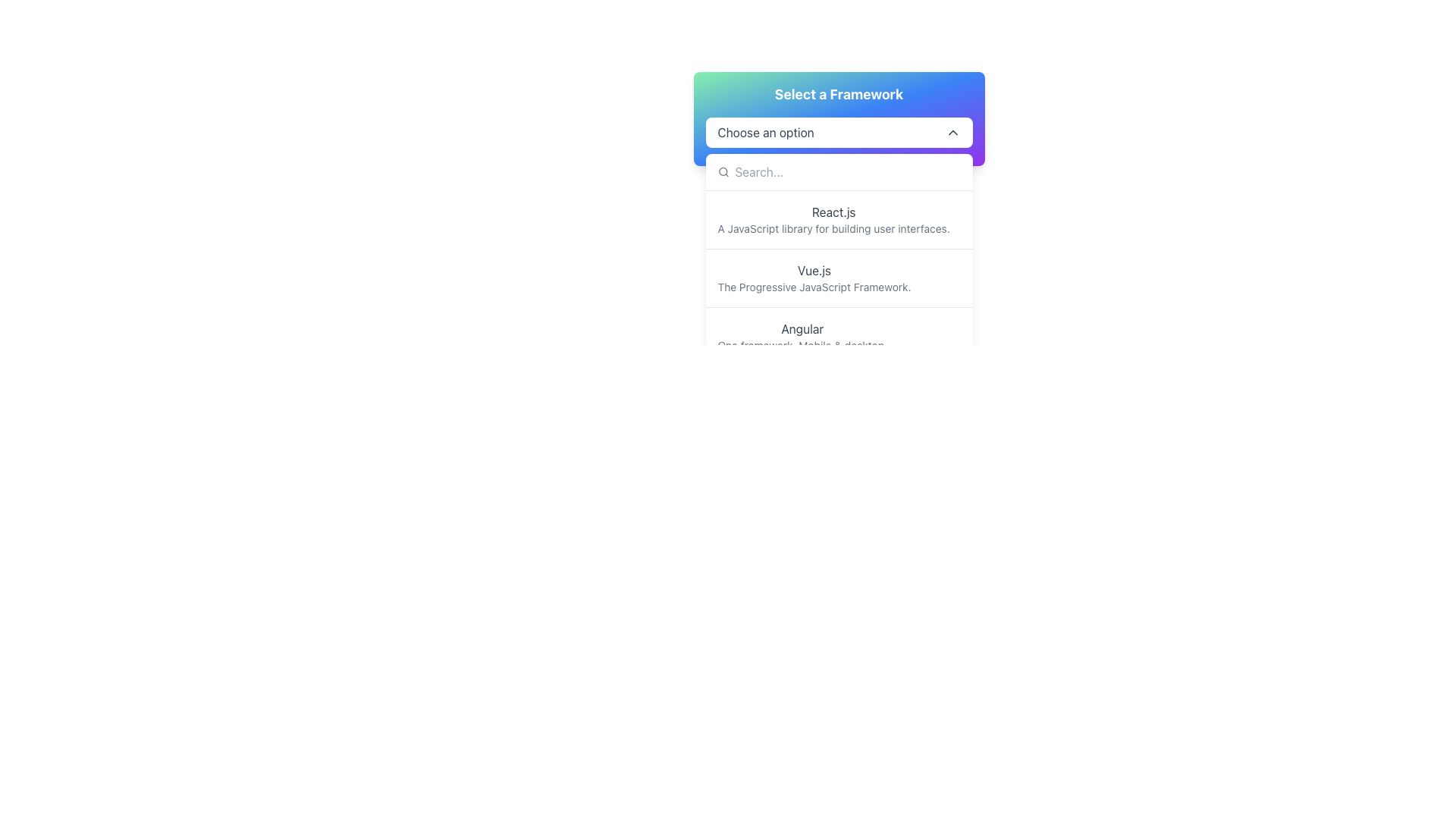 This screenshot has height=819, width=1456. Describe the element at coordinates (802, 328) in the screenshot. I see `the 'Angular' text label in the dropdown, which is displayed in bold and larger font, located in the third row under the 'Vue.js' header` at that location.